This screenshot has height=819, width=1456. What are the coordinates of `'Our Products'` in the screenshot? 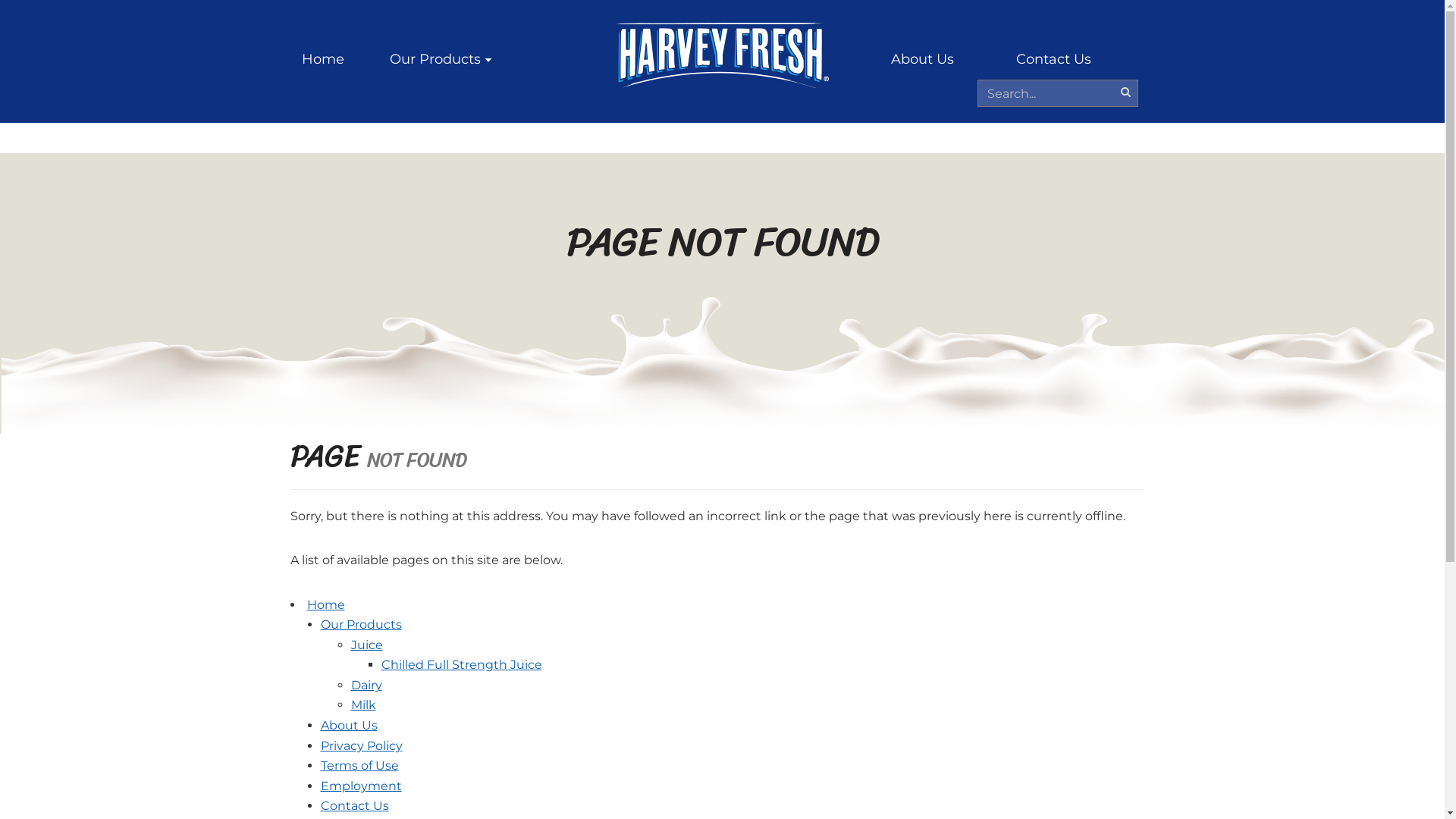 It's located at (359, 624).